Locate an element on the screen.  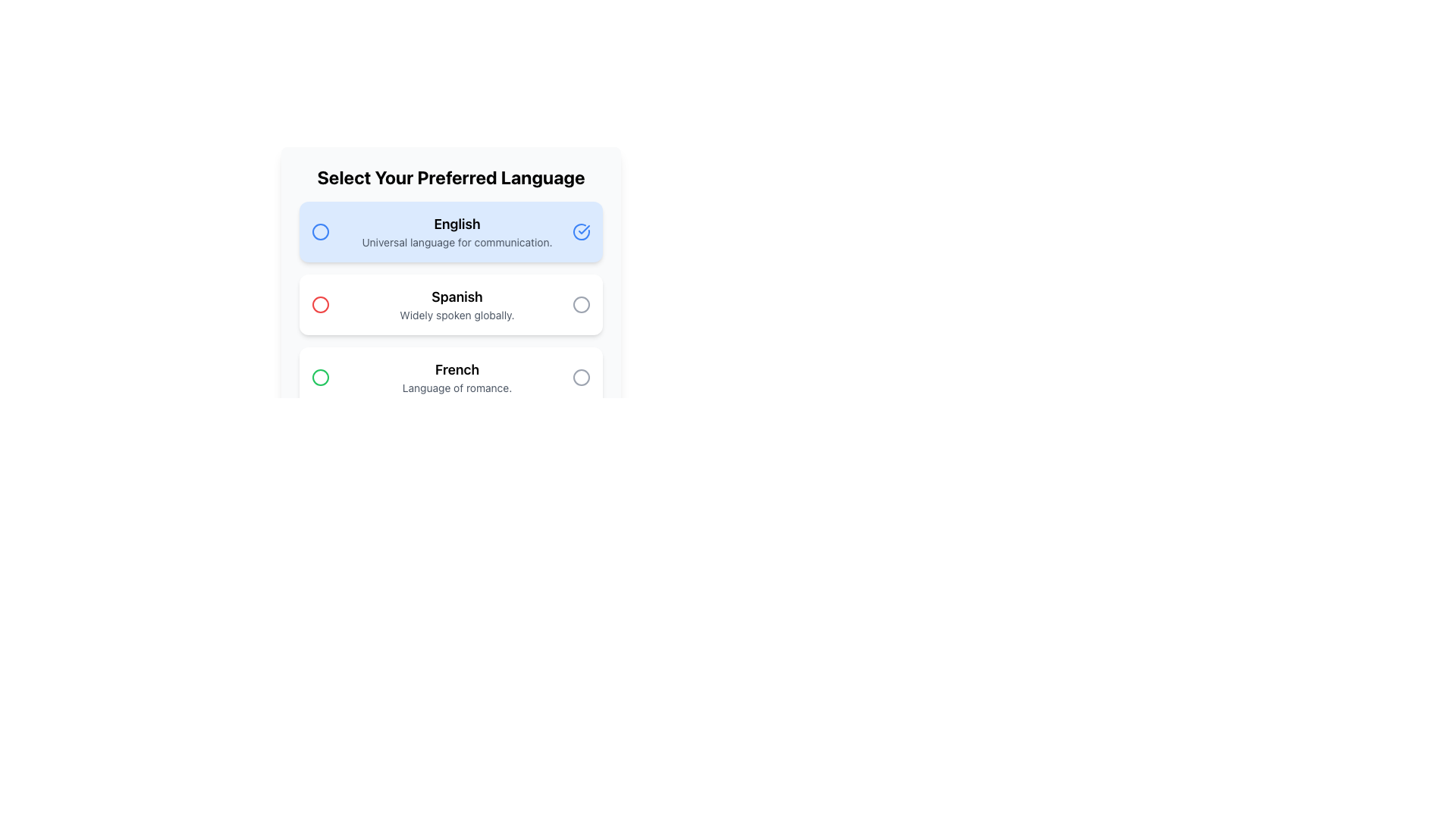
the Text Label providing a descriptive subtitle for the 'French' language option, which is positioned directly below the 'French' text is located at coordinates (457, 388).